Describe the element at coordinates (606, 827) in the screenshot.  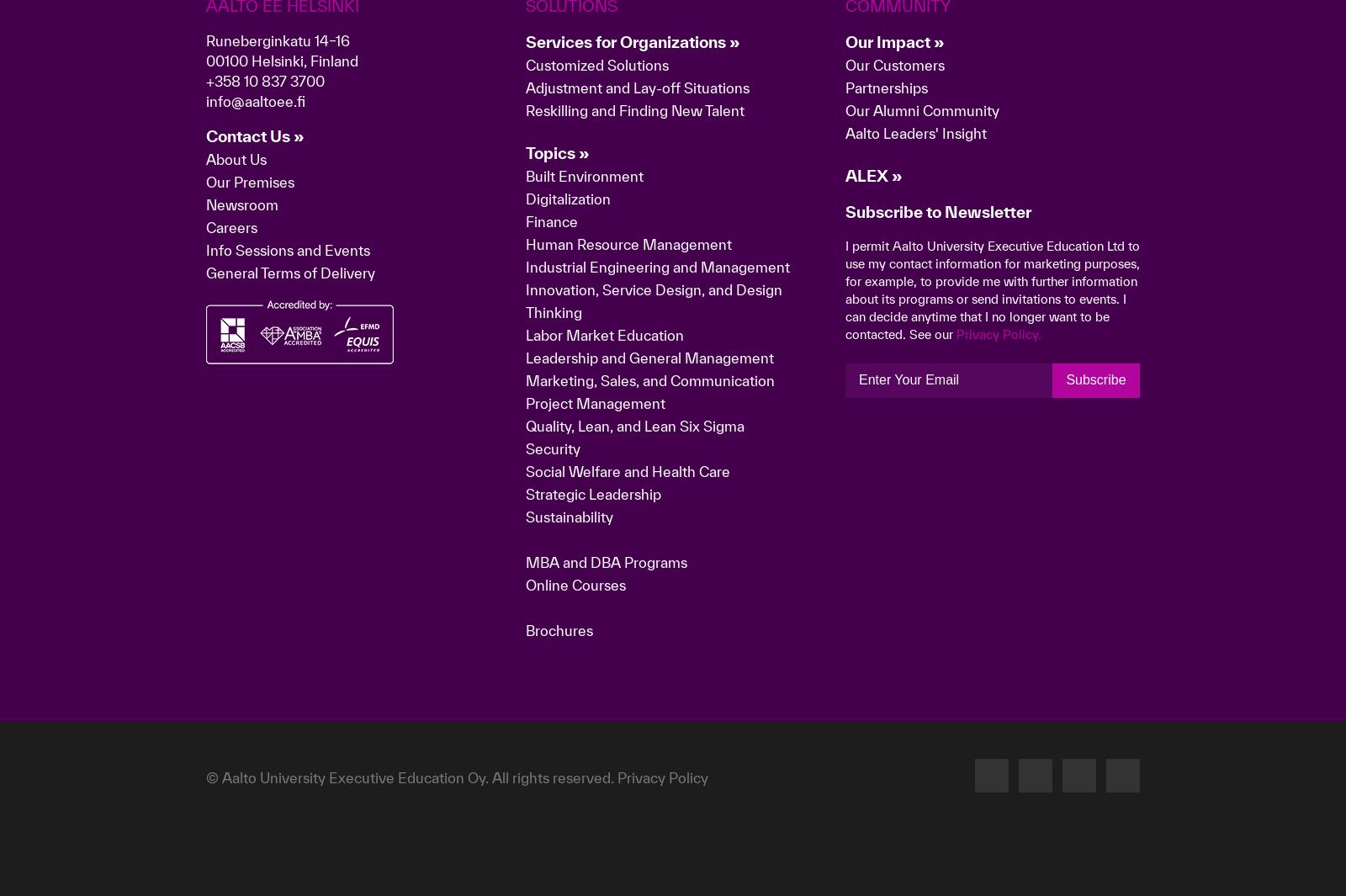
I see `'MBA and DBA Programs'` at that location.